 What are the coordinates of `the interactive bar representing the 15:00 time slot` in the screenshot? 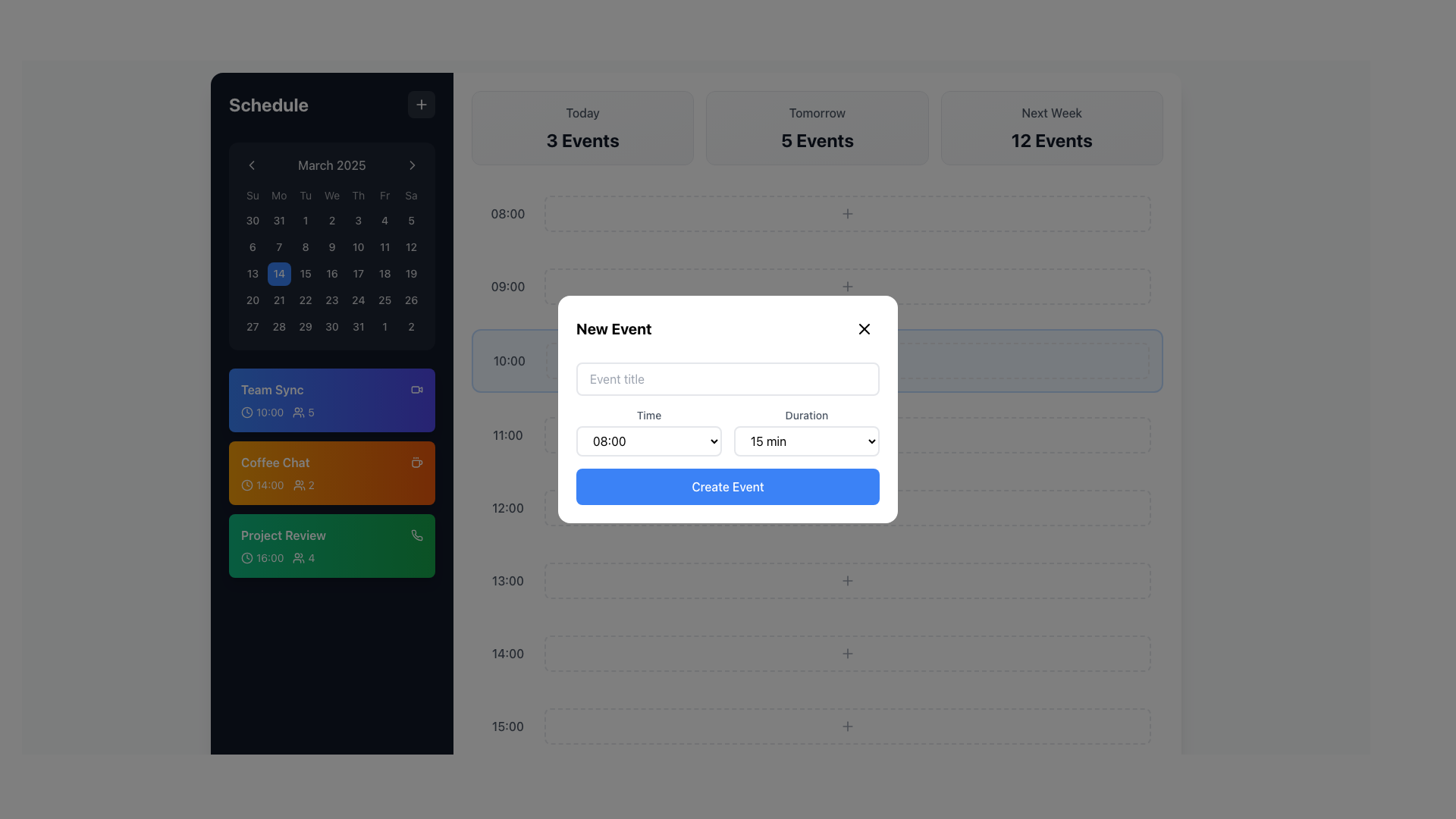 It's located at (817, 725).